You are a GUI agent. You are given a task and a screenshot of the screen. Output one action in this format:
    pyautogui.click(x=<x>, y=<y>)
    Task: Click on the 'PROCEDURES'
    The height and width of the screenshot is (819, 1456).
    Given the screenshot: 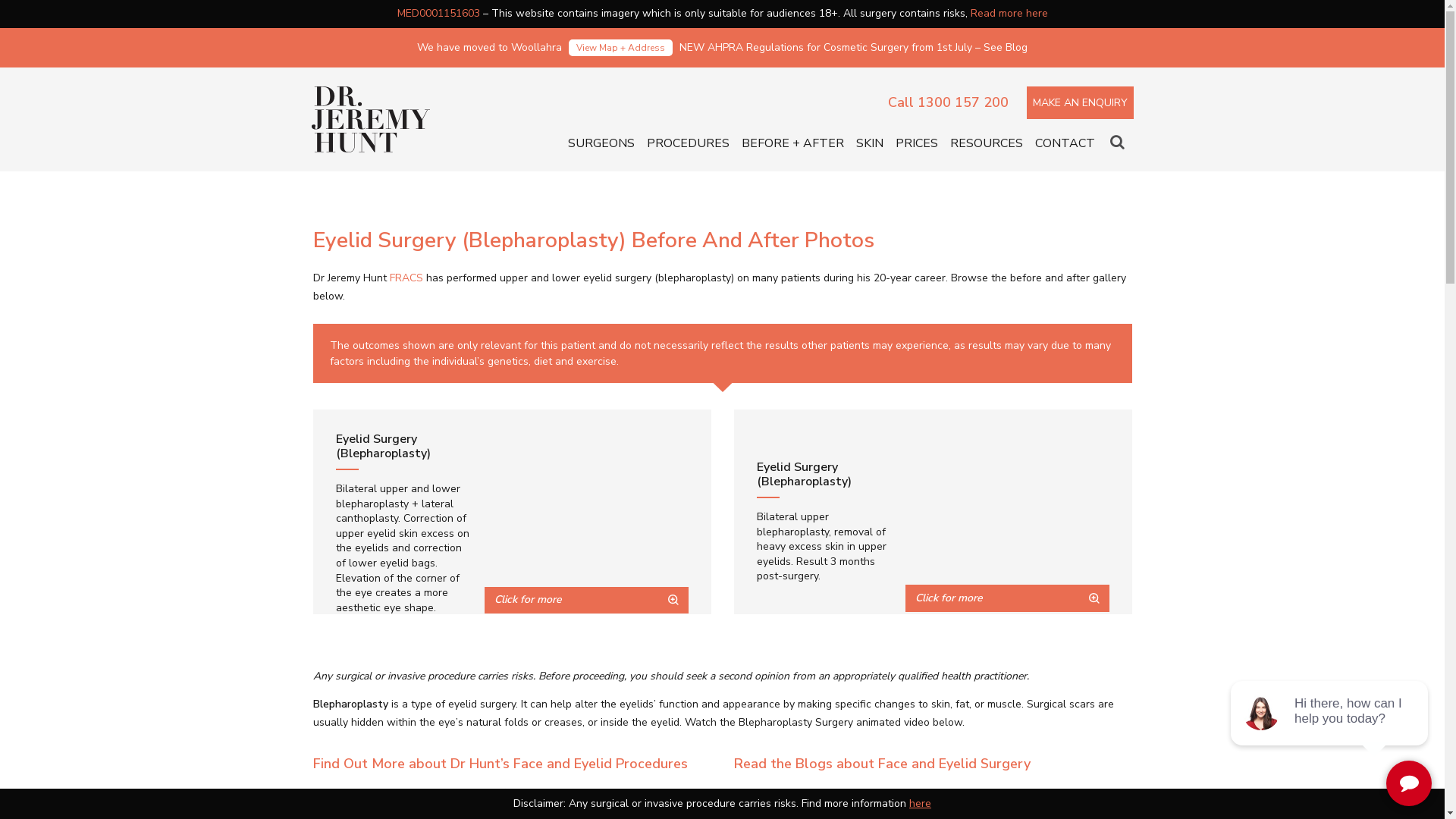 What is the action you would take?
    pyautogui.click(x=686, y=143)
    